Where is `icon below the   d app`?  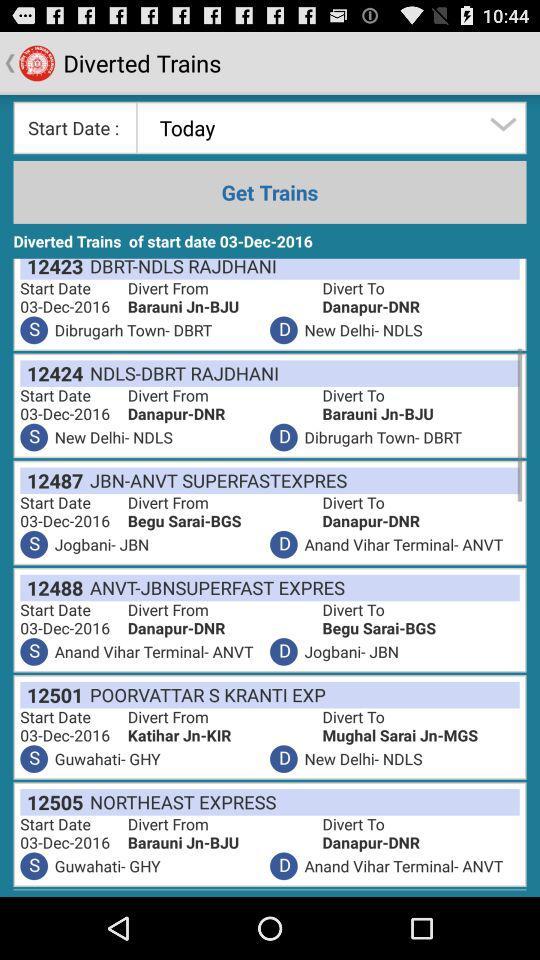 icon below the   d app is located at coordinates (213, 587).